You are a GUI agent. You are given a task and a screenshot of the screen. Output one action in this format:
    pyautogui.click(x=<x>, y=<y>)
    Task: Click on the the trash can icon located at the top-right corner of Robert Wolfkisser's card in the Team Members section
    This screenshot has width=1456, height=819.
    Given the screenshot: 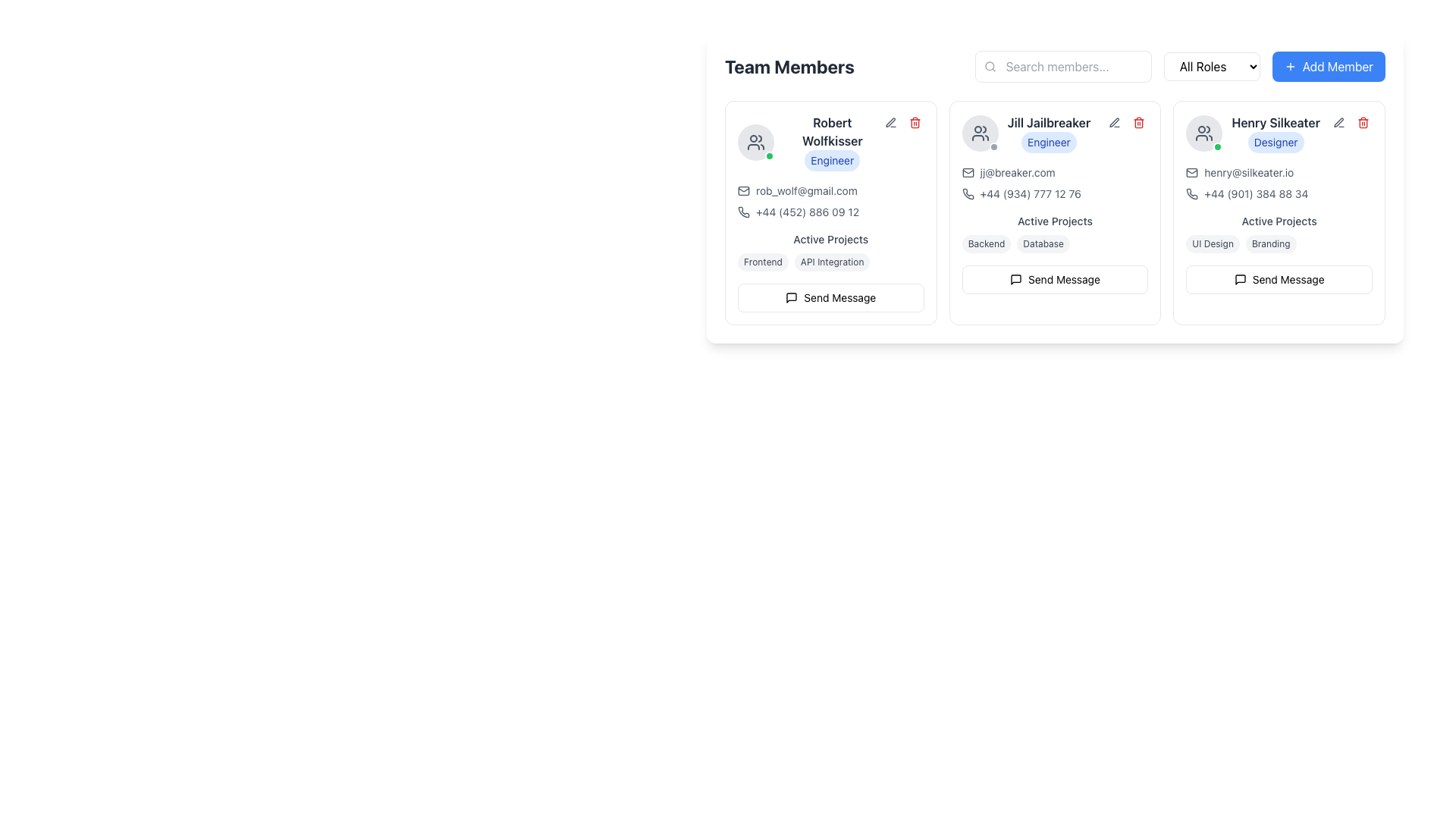 What is the action you would take?
    pyautogui.click(x=914, y=122)
    